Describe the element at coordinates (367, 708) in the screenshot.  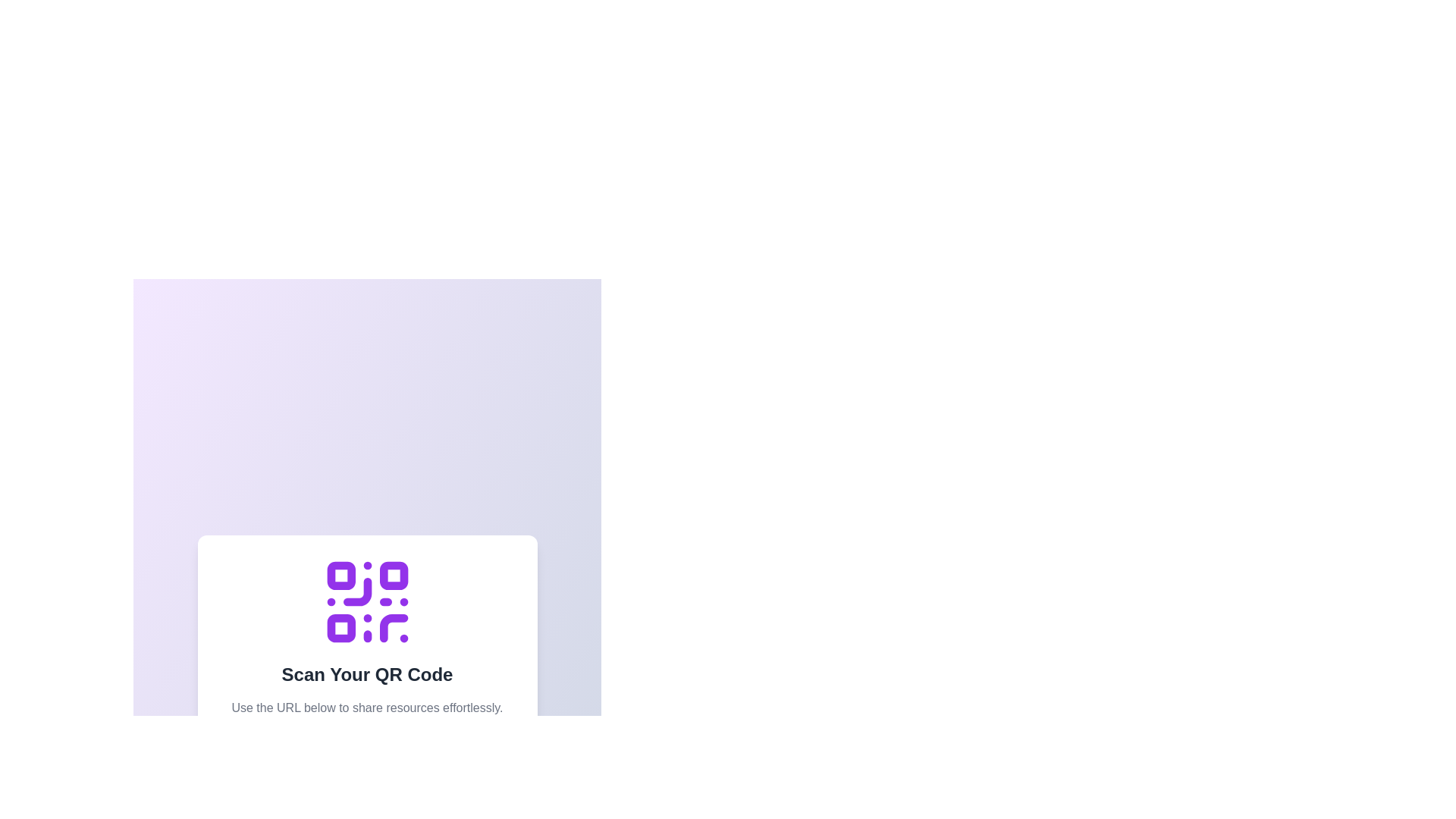
I see `text block containing the phrase 'Use the URL below to share resources effortlessly.' which is styled in gray and centered alignment, located directly below the title 'Scan Your QR Code'` at that location.